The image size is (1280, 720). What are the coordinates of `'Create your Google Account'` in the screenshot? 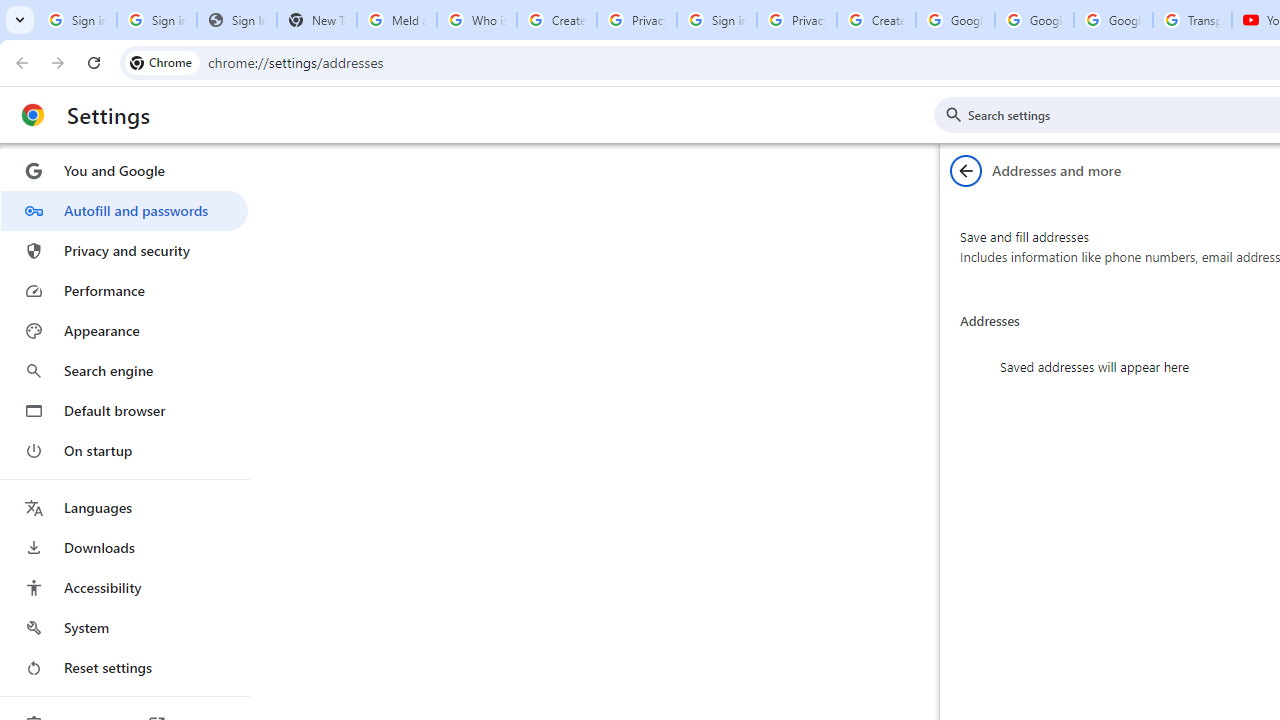 It's located at (876, 20).